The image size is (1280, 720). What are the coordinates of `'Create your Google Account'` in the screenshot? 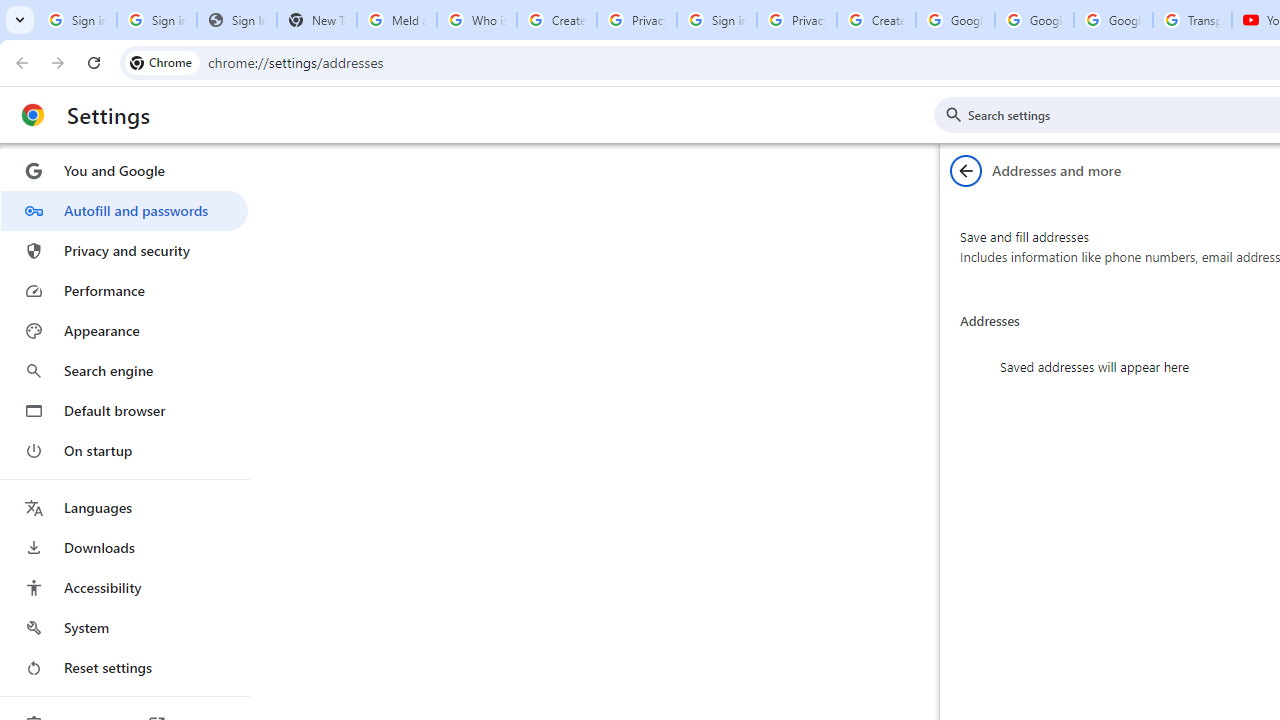 It's located at (876, 20).